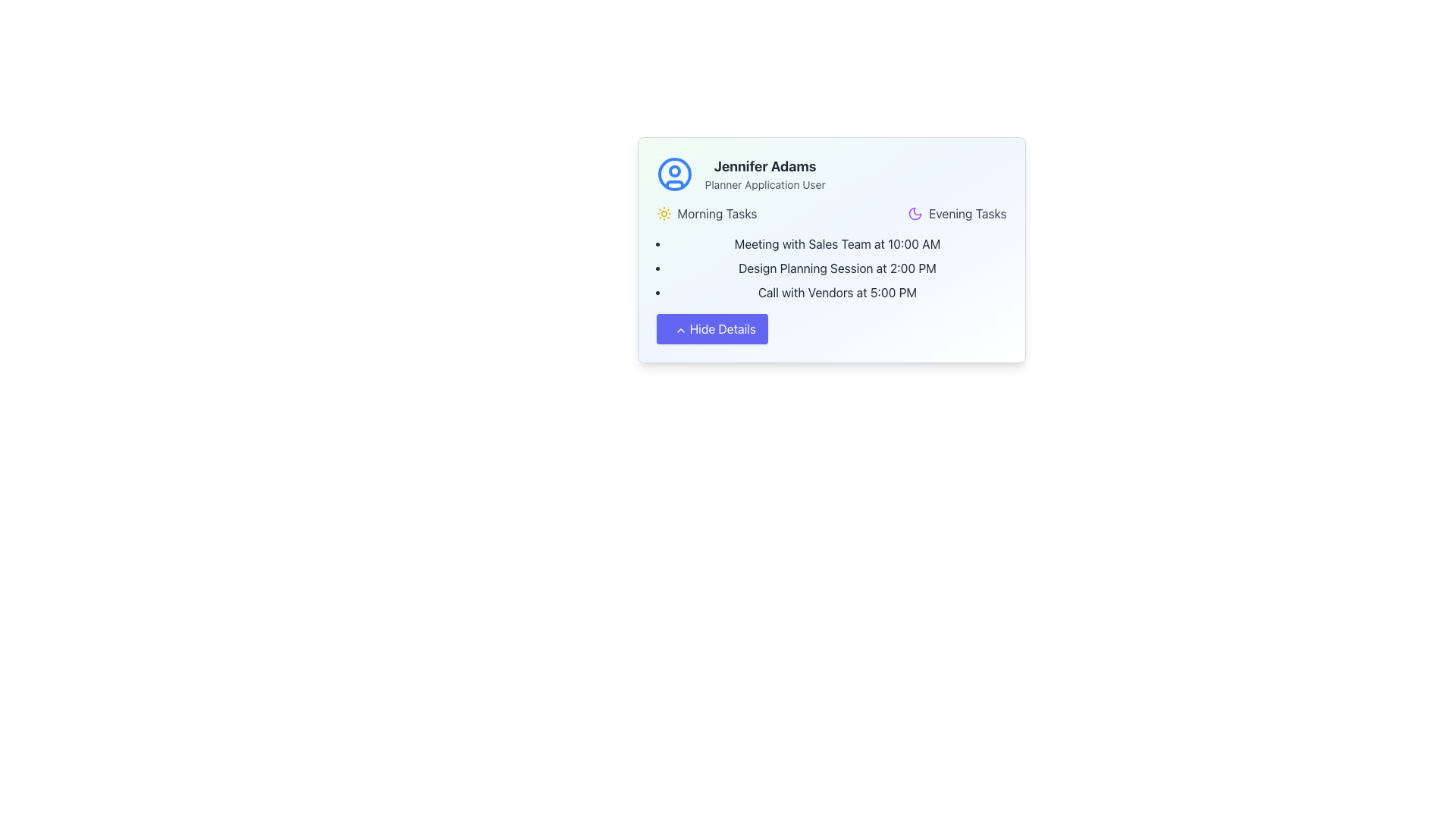  What do you see at coordinates (679, 329) in the screenshot?
I see `the 'Hide Details' button which contains the upward-facing chevron icon on its right side` at bounding box center [679, 329].